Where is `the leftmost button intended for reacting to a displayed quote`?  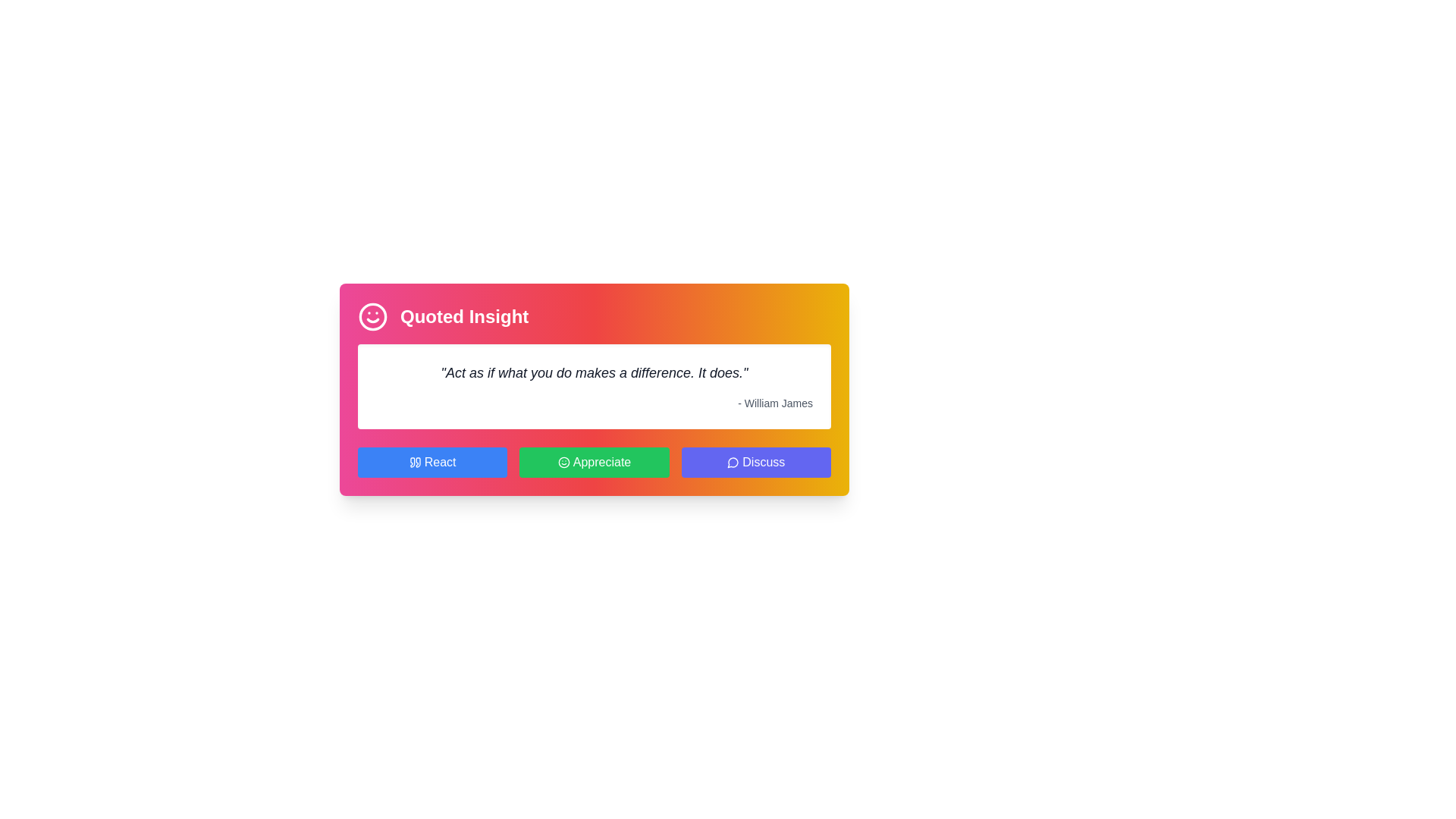
the leftmost button intended for reacting to a displayed quote is located at coordinates (431, 461).